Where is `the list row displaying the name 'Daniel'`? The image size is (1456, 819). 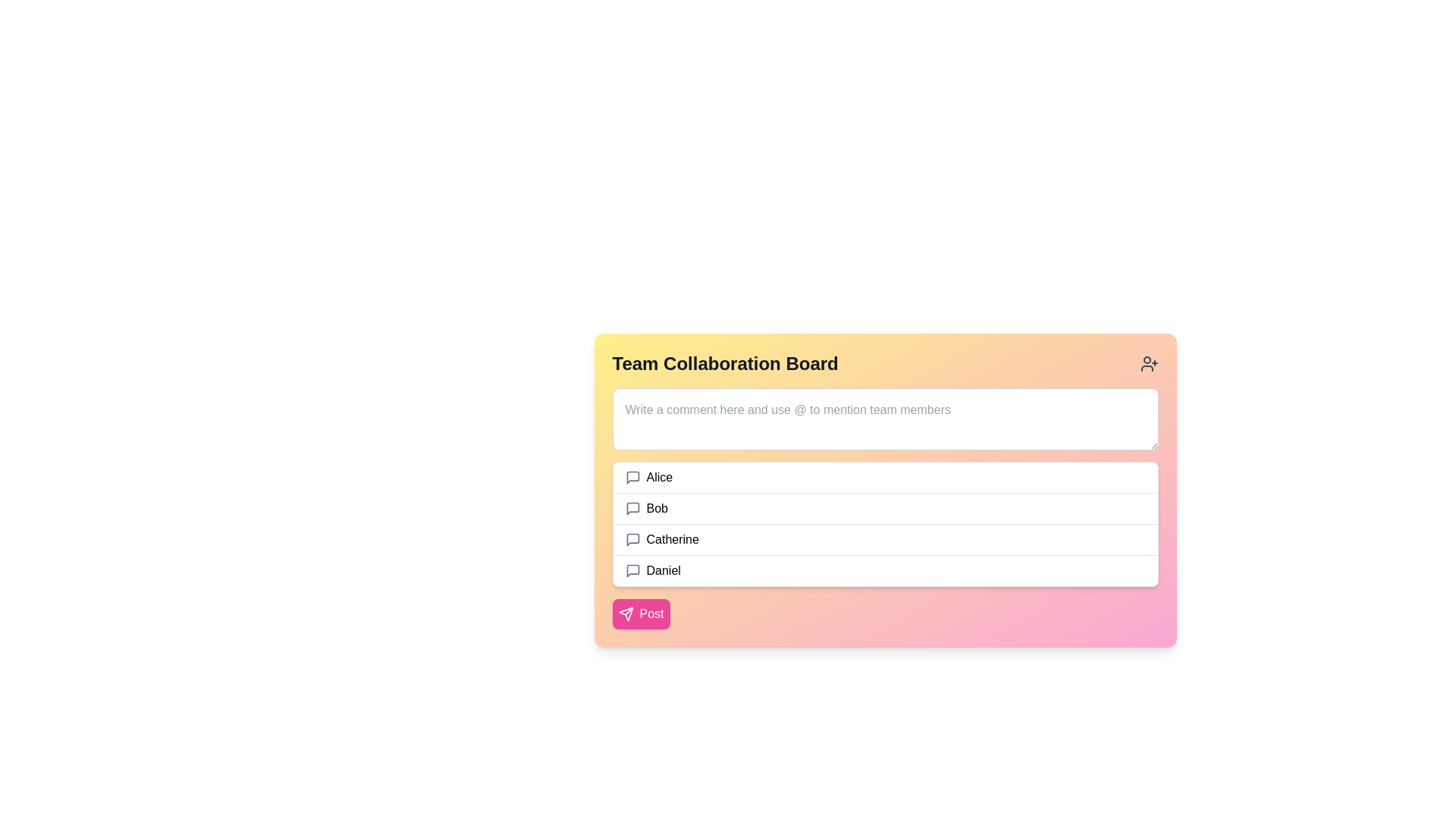
the list row displaying the name 'Daniel' is located at coordinates (885, 570).